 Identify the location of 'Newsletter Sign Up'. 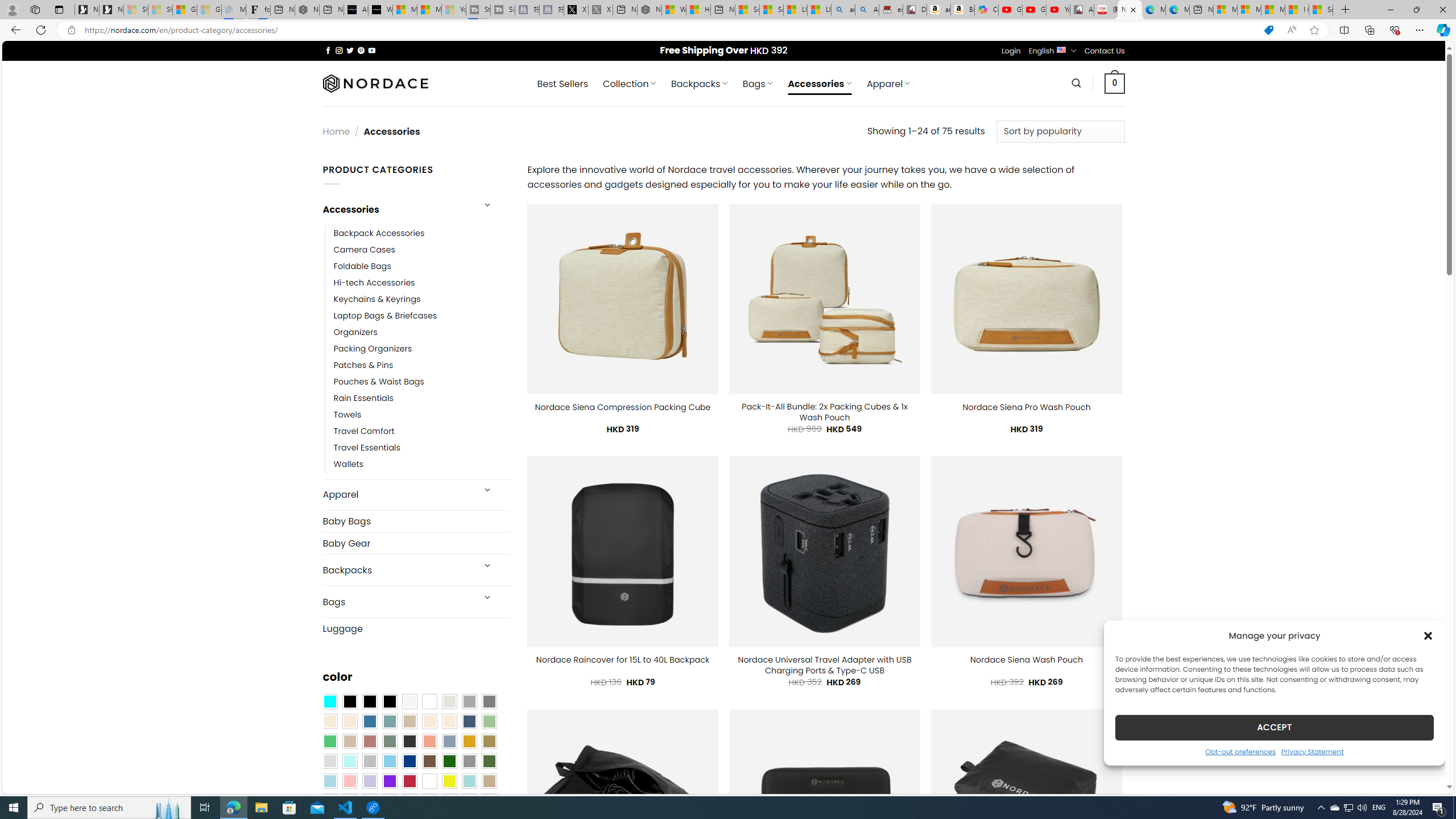
(111, 9).